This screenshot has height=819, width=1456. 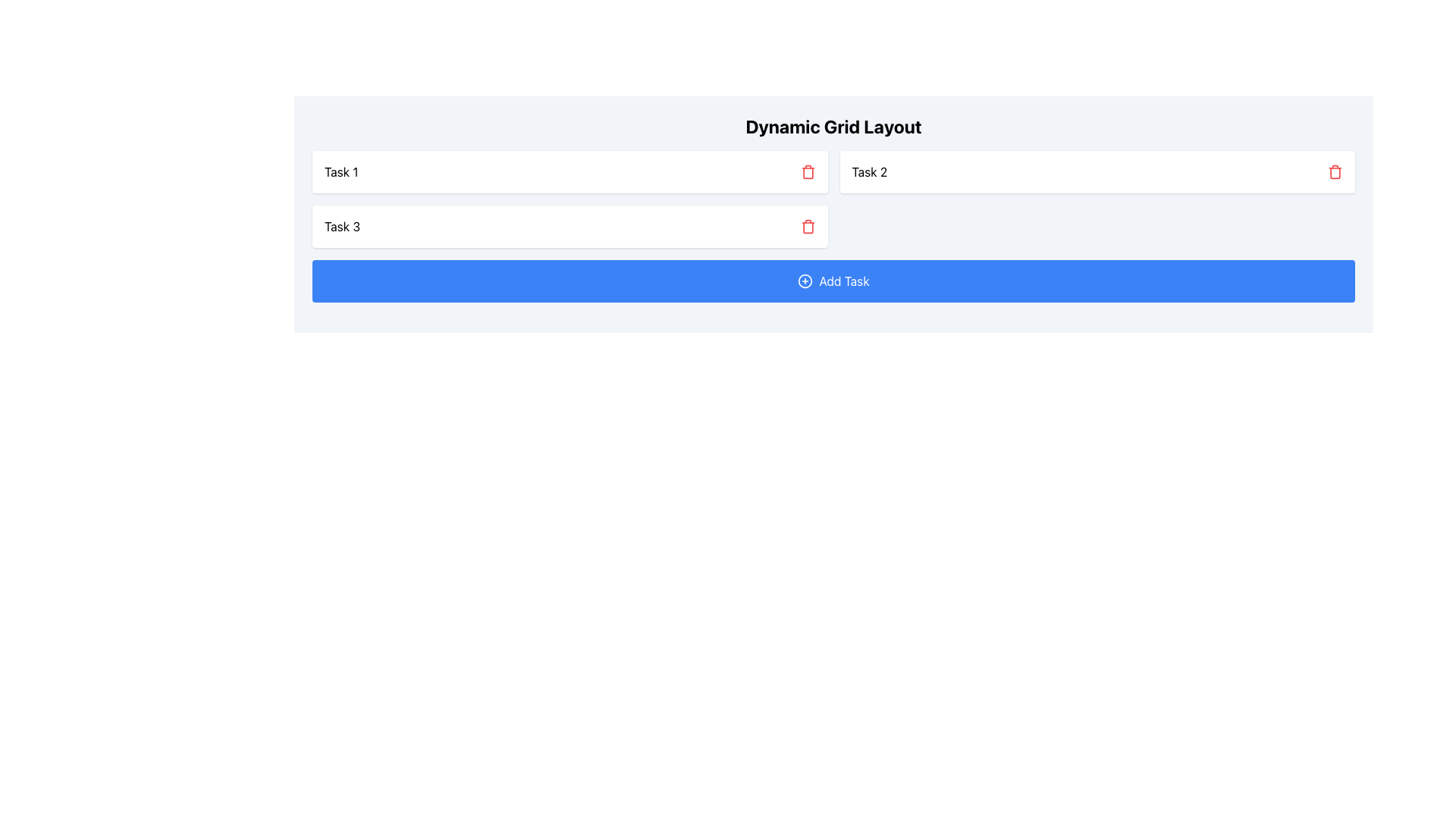 What do you see at coordinates (1335, 171) in the screenshot?
I see `the red trash can icon button next to 'Task 2'` at bounding box center [1335, 171].